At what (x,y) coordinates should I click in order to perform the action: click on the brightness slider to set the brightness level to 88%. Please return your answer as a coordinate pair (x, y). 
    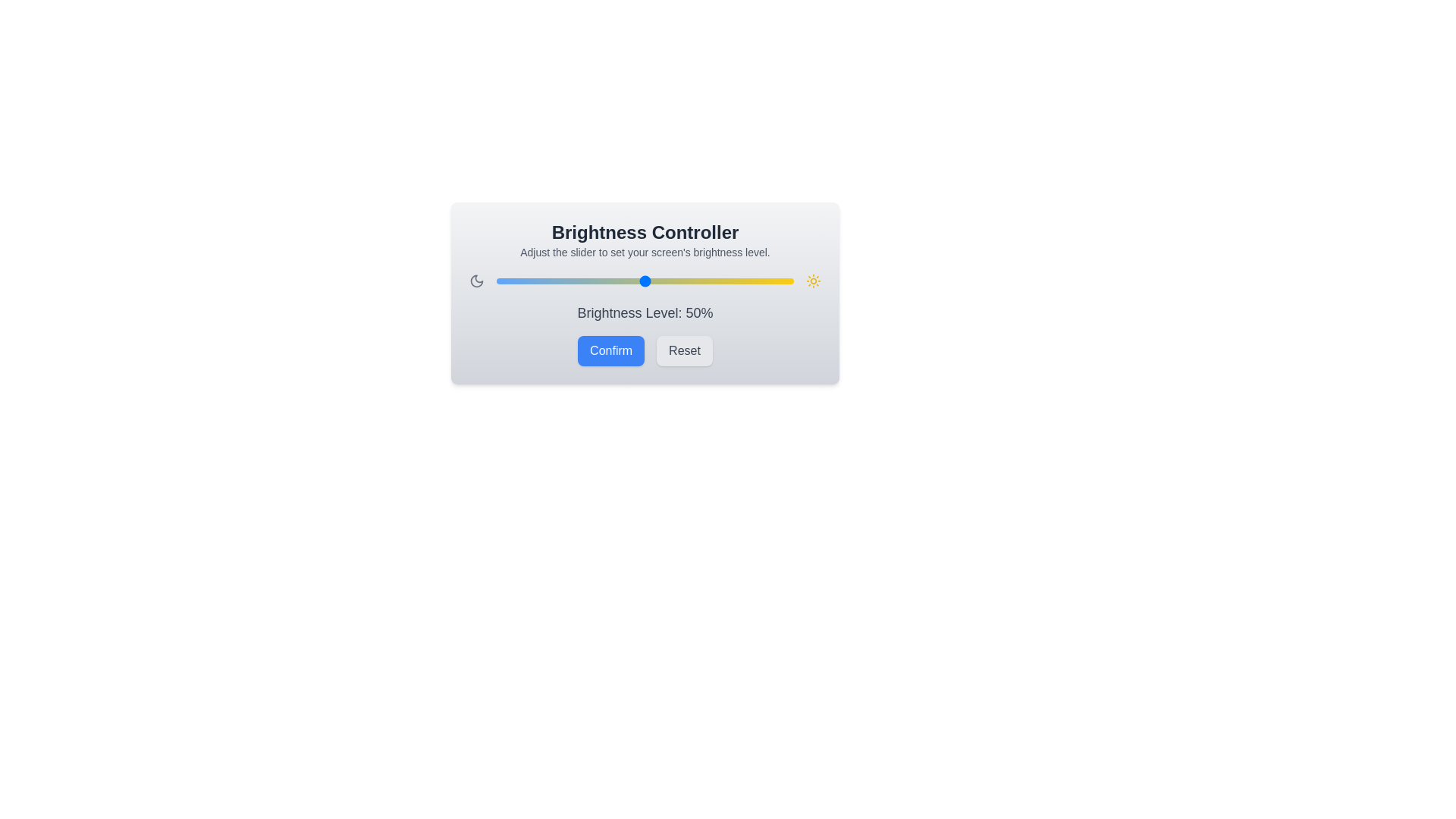
    Looking at the image, I should click on (758, 281).